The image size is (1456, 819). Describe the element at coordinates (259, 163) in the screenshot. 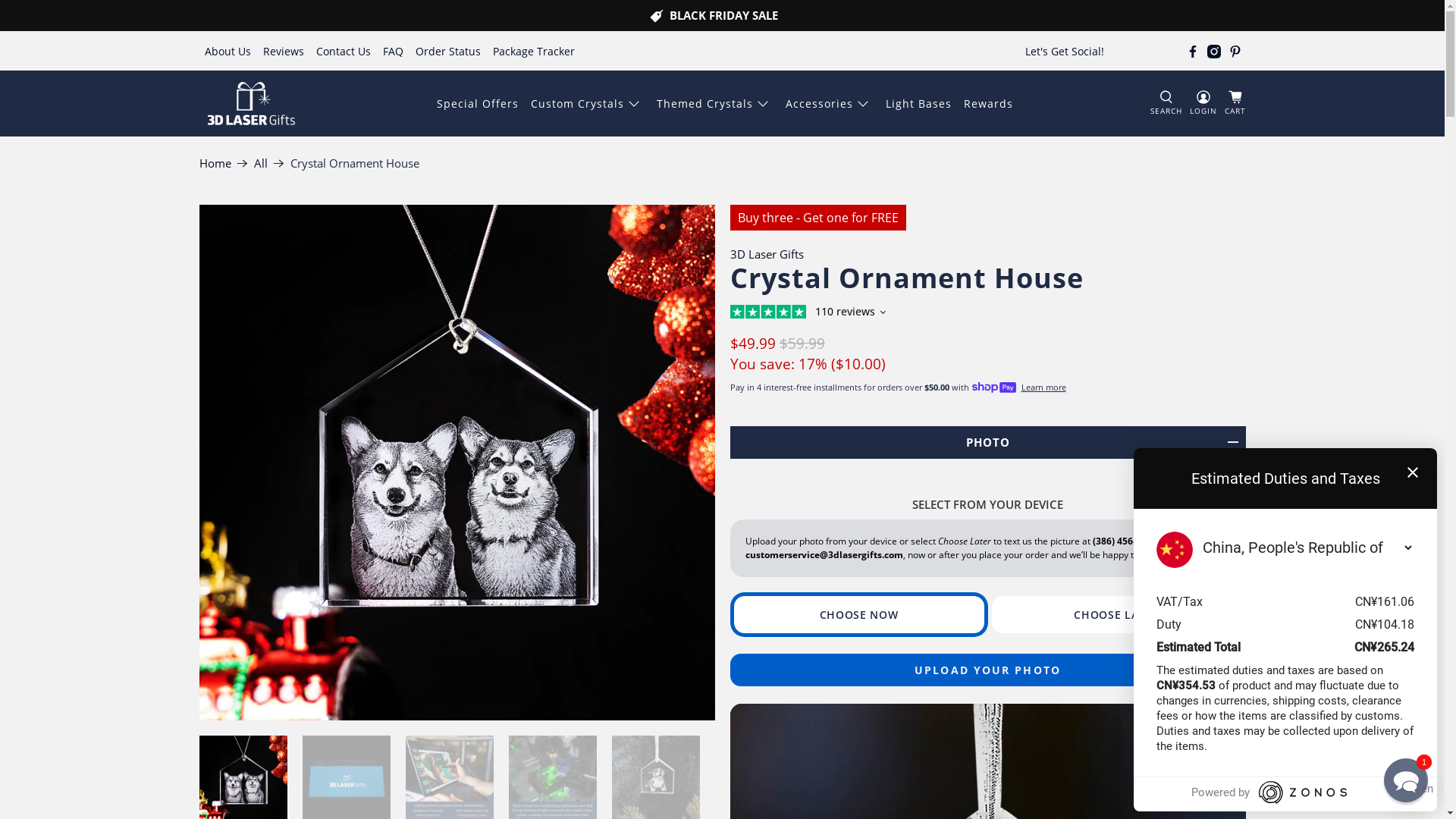

I see `'All'` at that location.